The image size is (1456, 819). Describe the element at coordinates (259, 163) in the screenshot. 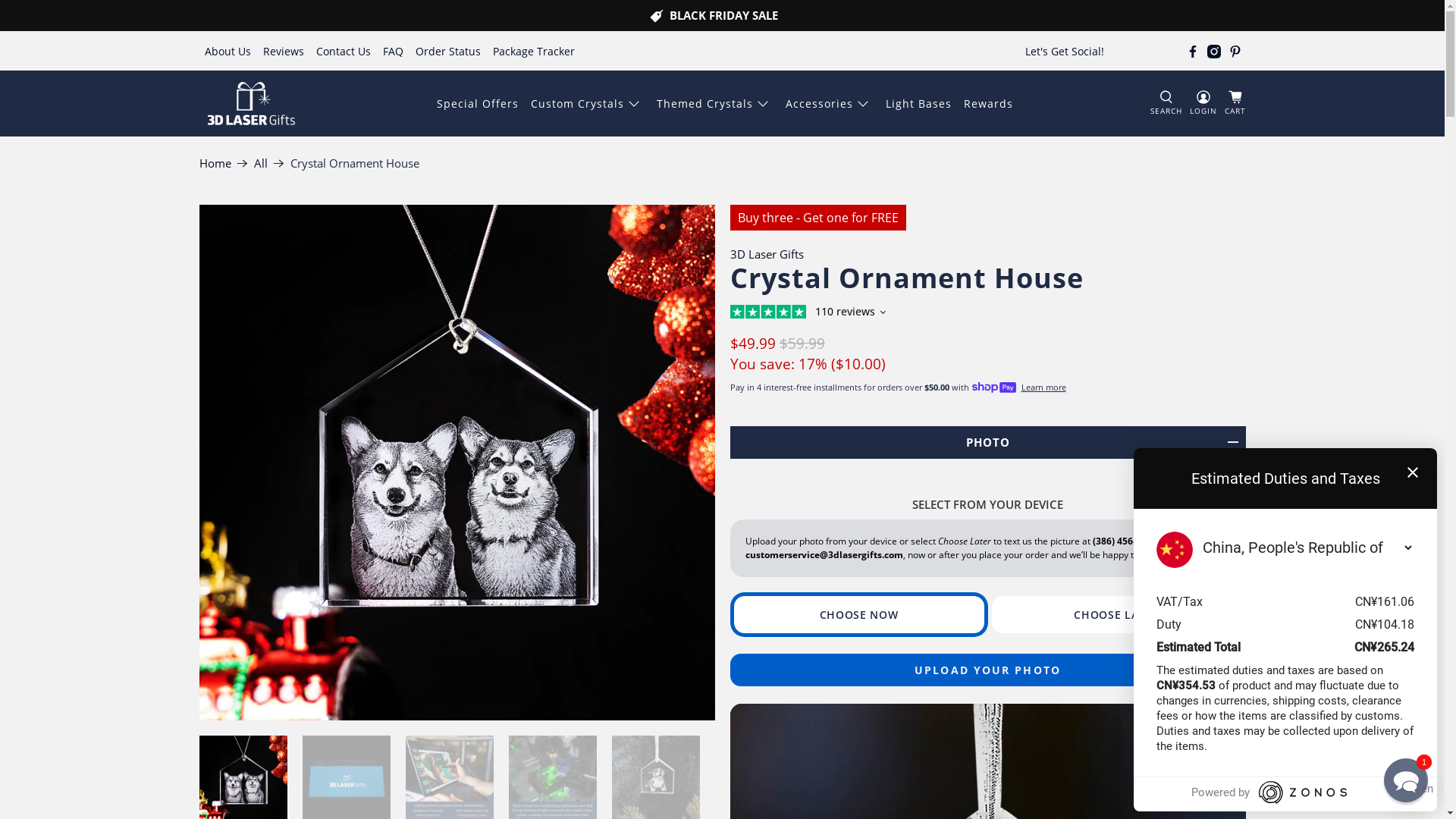

I see `'All'` at that location.